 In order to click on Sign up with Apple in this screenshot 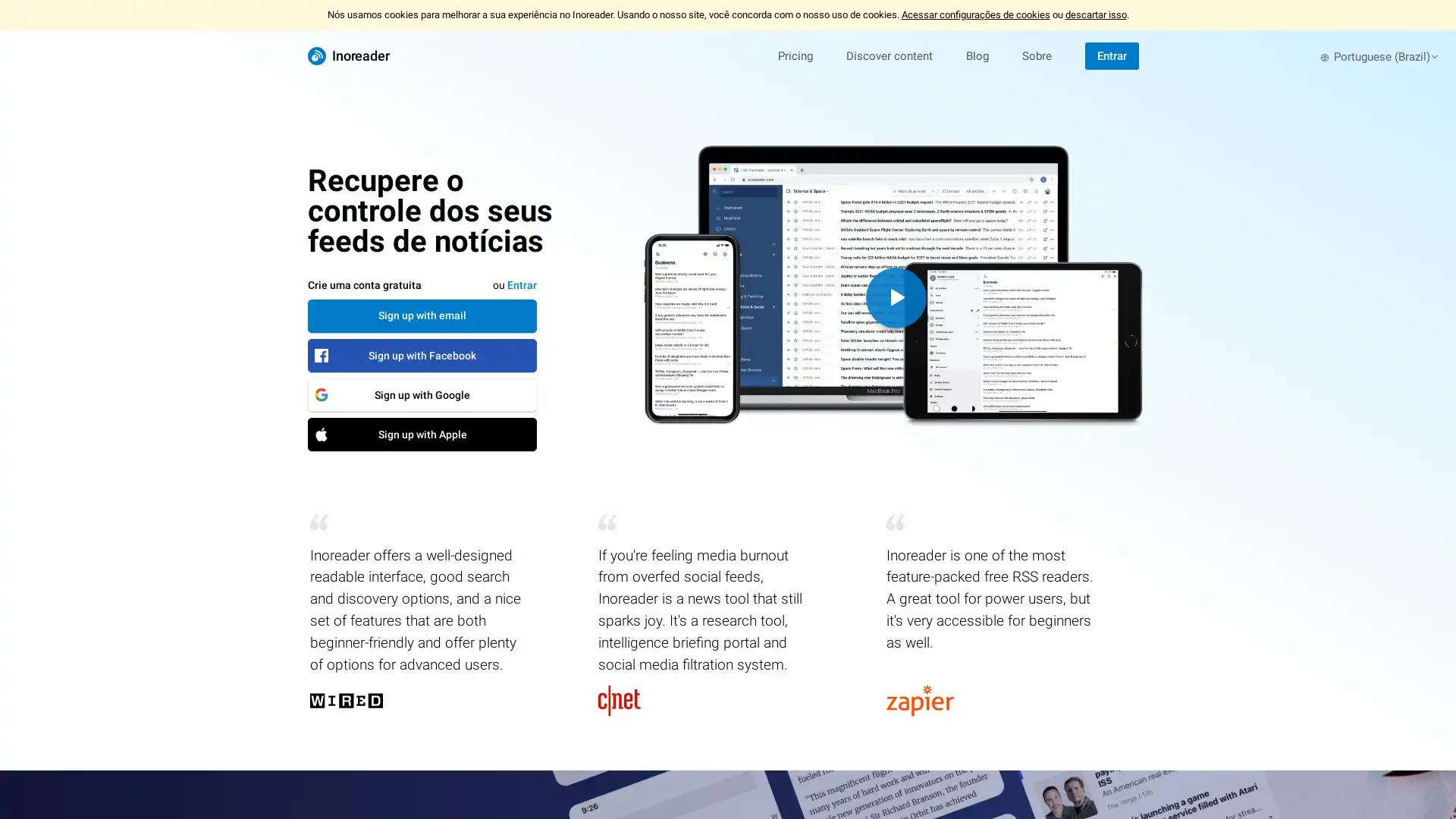, I will do `click(422, 433)`.